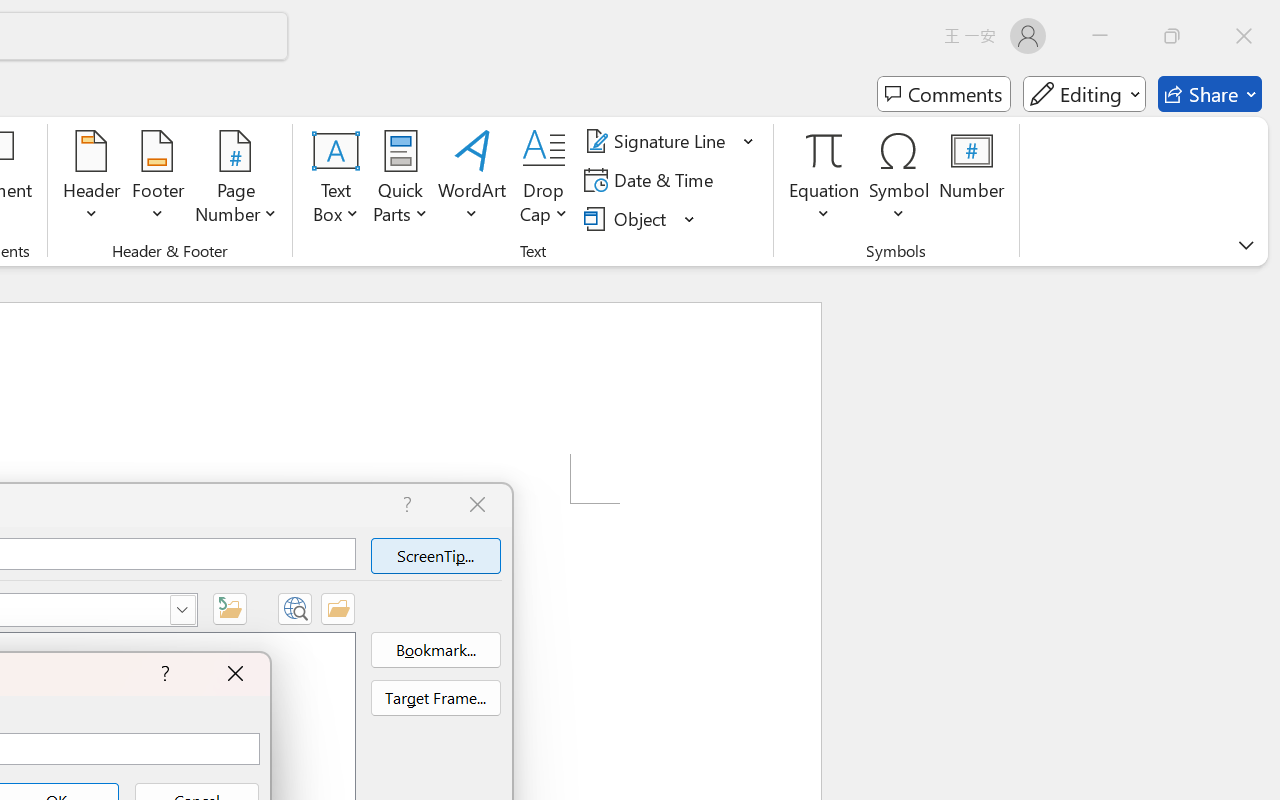  Describe the element at coordinates (91, 179) in the screenshot. I see `'Header'` at that location.